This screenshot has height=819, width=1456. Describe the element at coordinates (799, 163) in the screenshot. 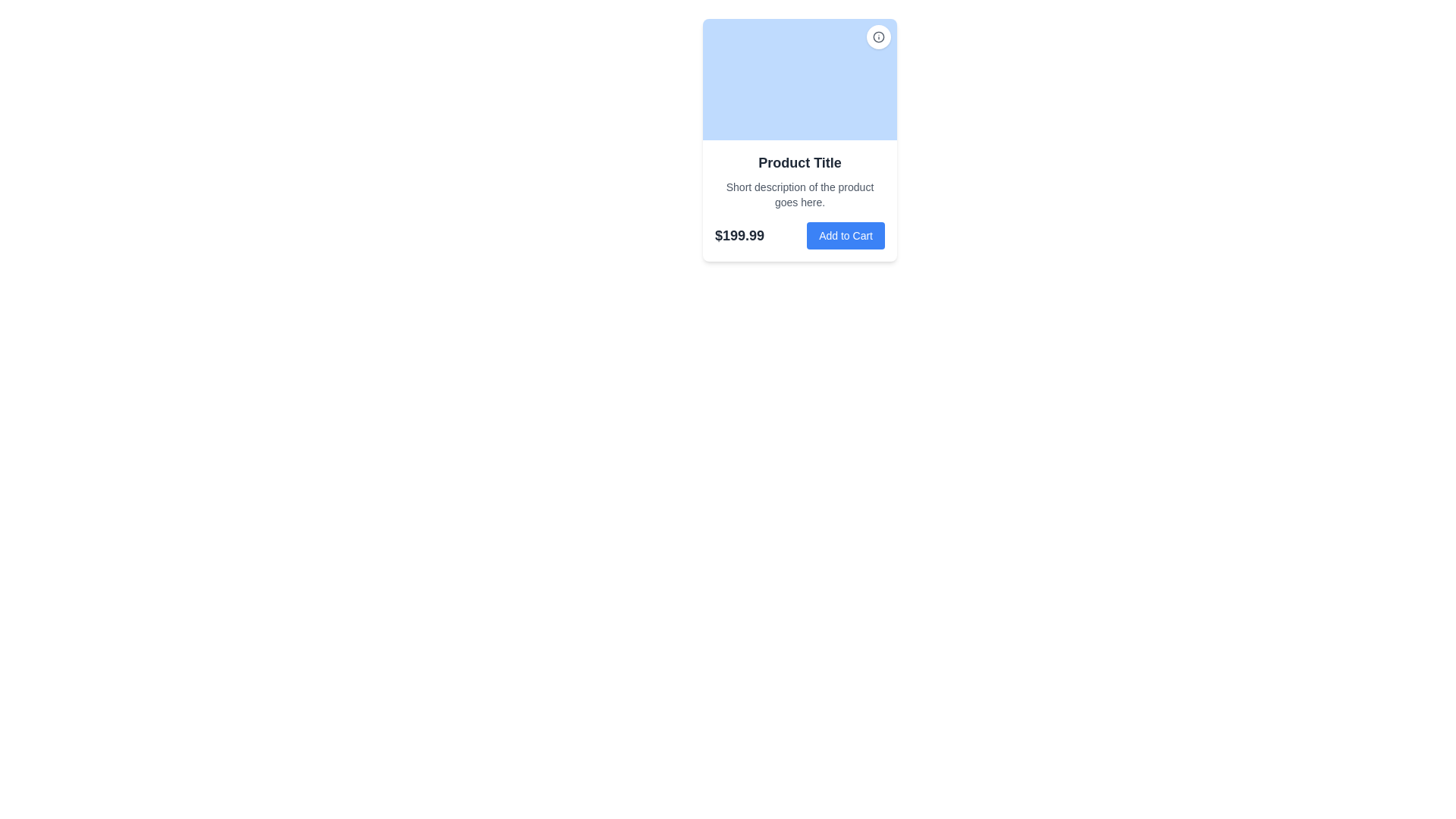

I see `the product title text label located directly below the product image placeholder and above the product description text` at that location.